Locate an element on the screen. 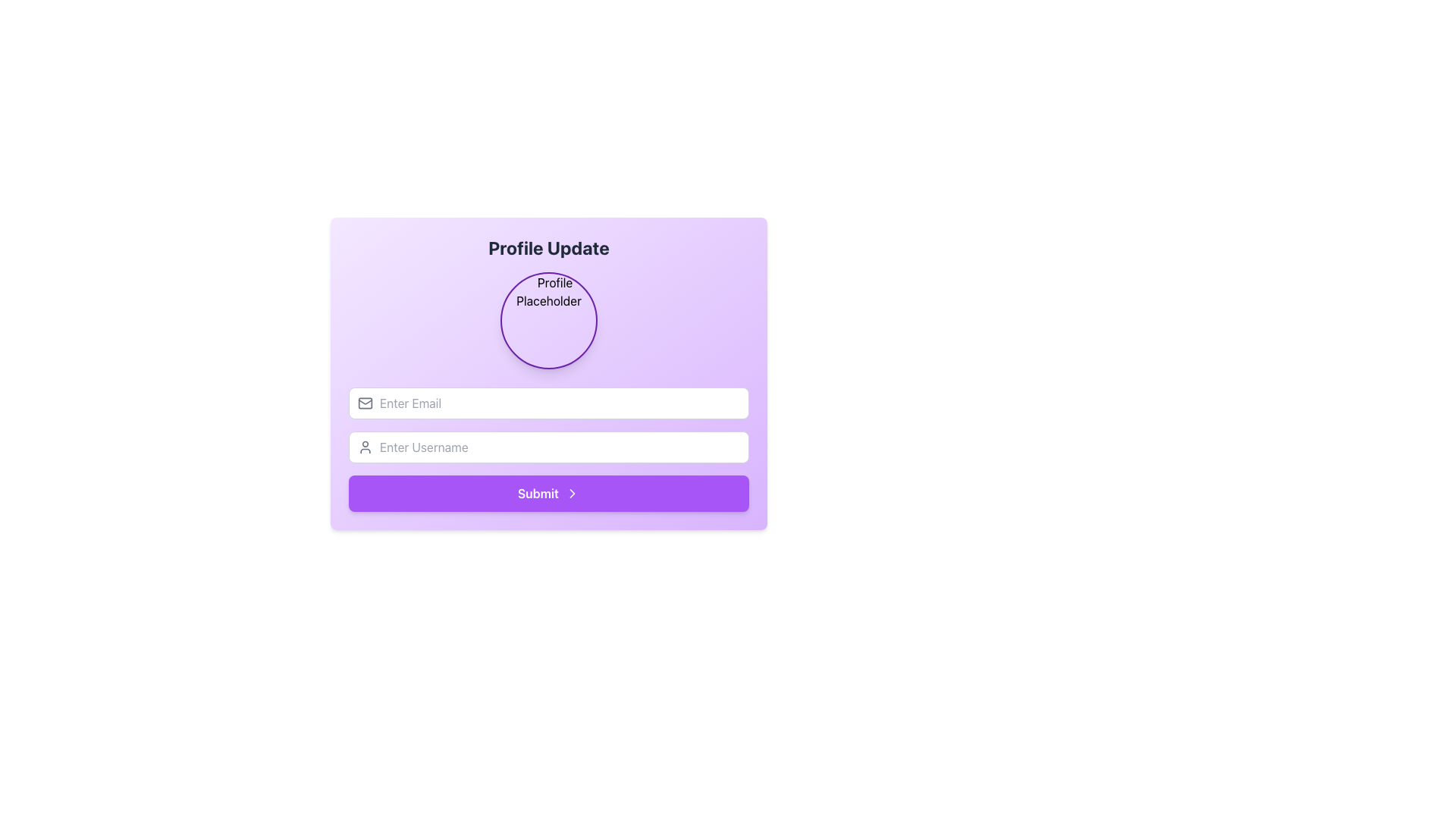  the envelope icon located to the far left of the email input field, which is associated with entering an email address is located at coordinates (365, 400).